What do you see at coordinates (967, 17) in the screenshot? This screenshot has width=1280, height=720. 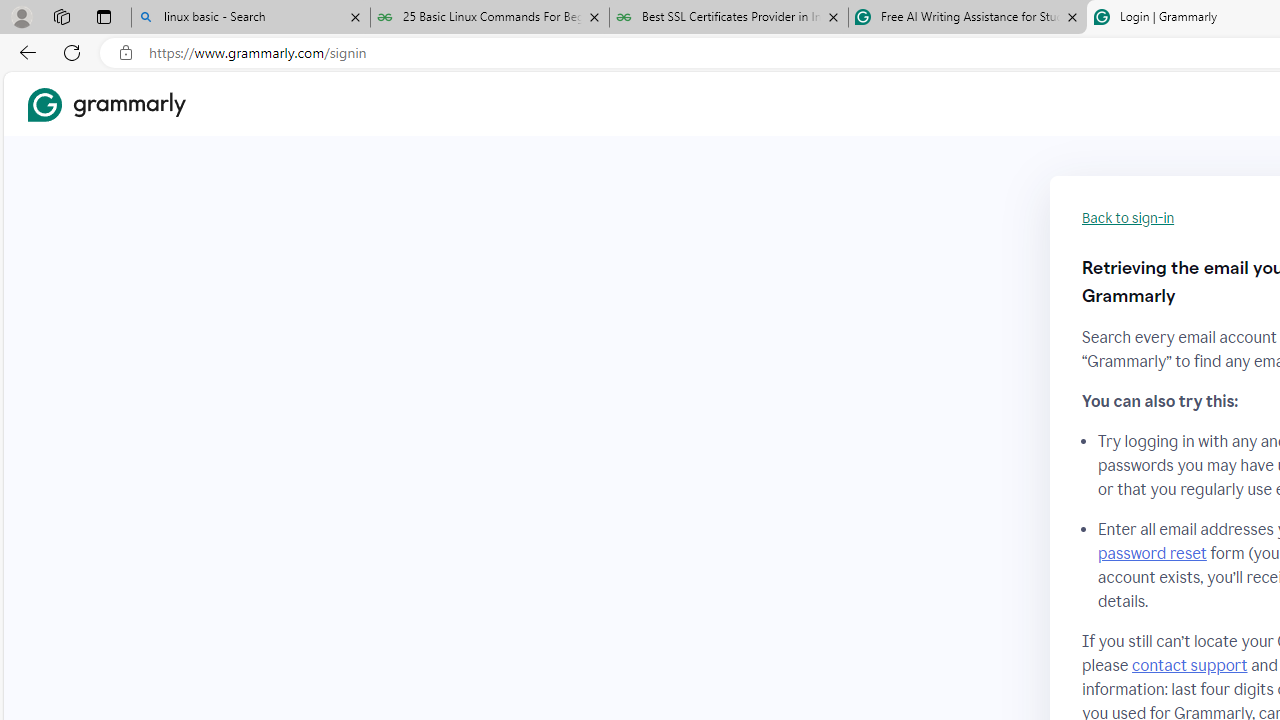 I see `'Free AI Writing Assistance for Students | Grammarly'` at bounding box center [967, 17].